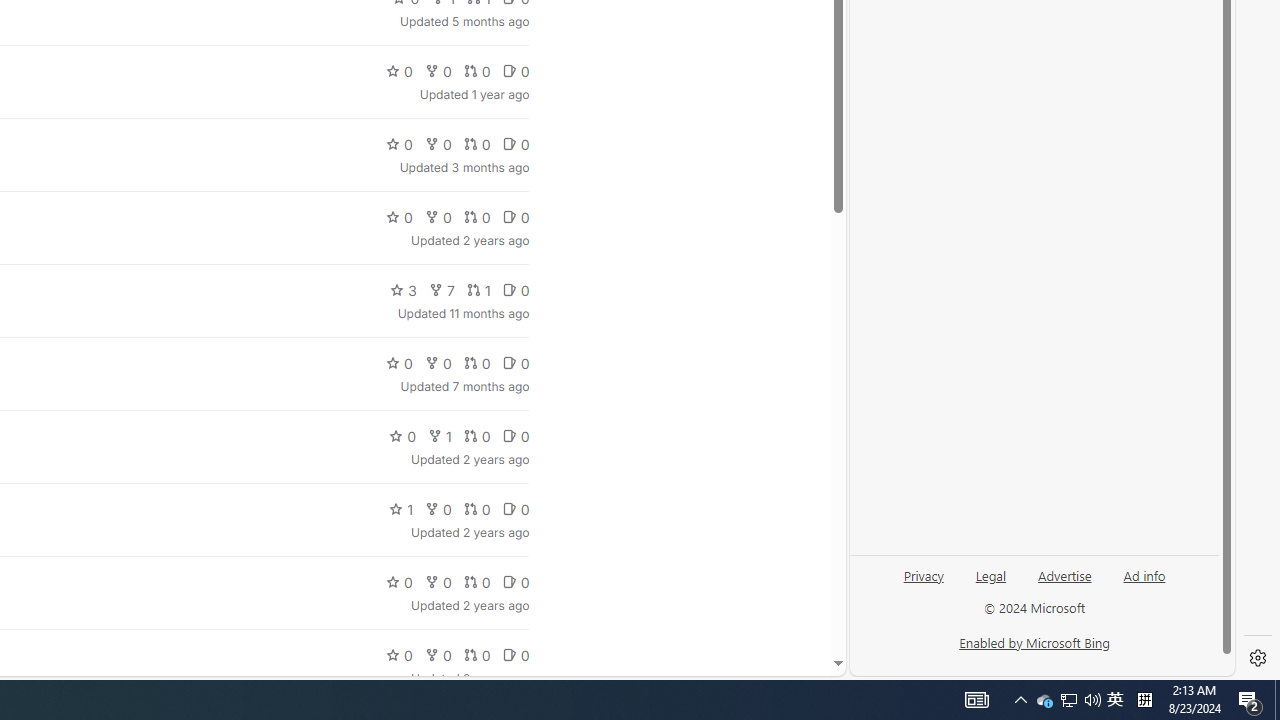  What do you see at coordinates (922, 574) in the screenshot?
I see `'Privacy'` at bounding box center [922, 574].